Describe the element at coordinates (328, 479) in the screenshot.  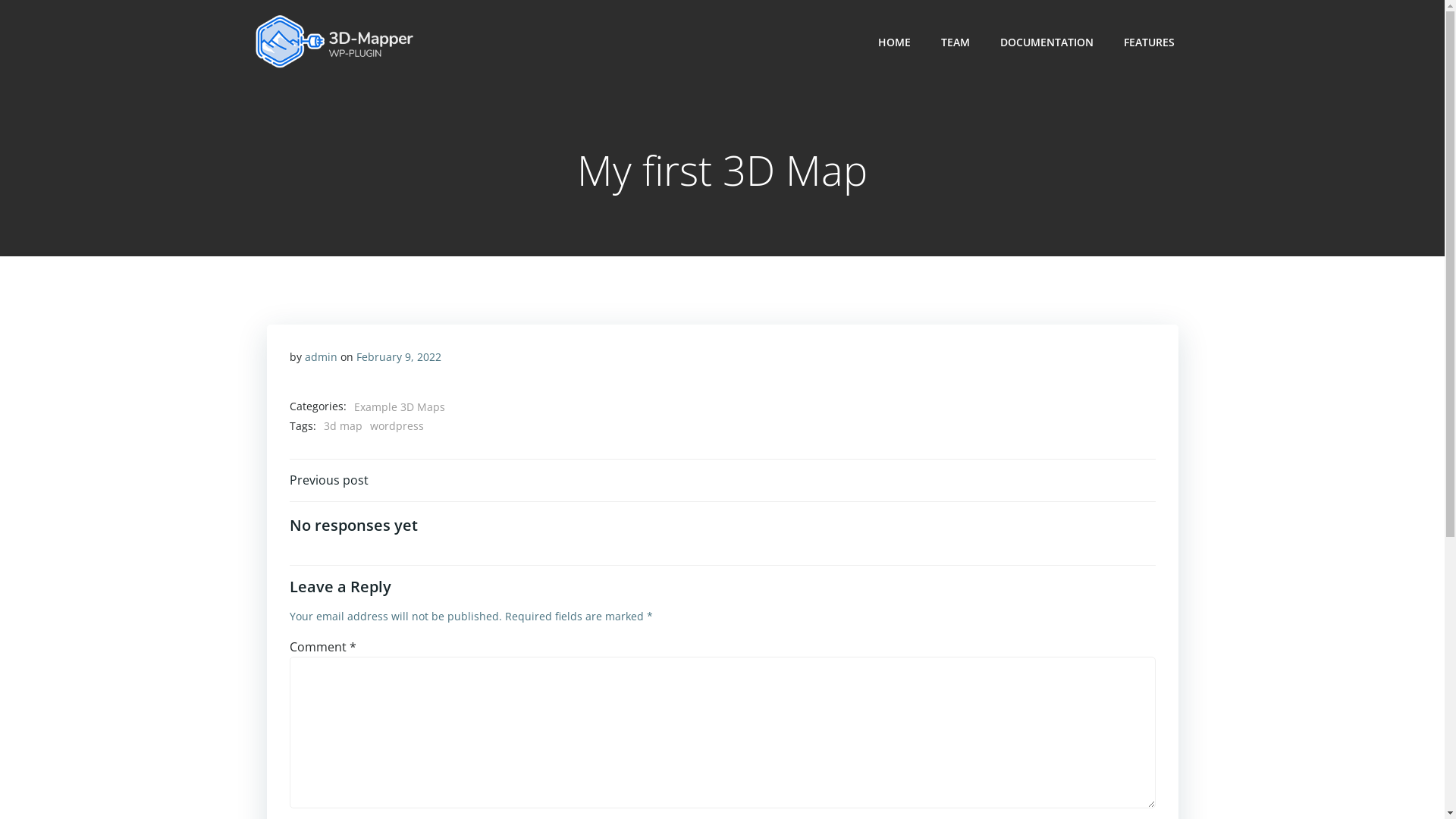
I see `'Previous post'` at that location.